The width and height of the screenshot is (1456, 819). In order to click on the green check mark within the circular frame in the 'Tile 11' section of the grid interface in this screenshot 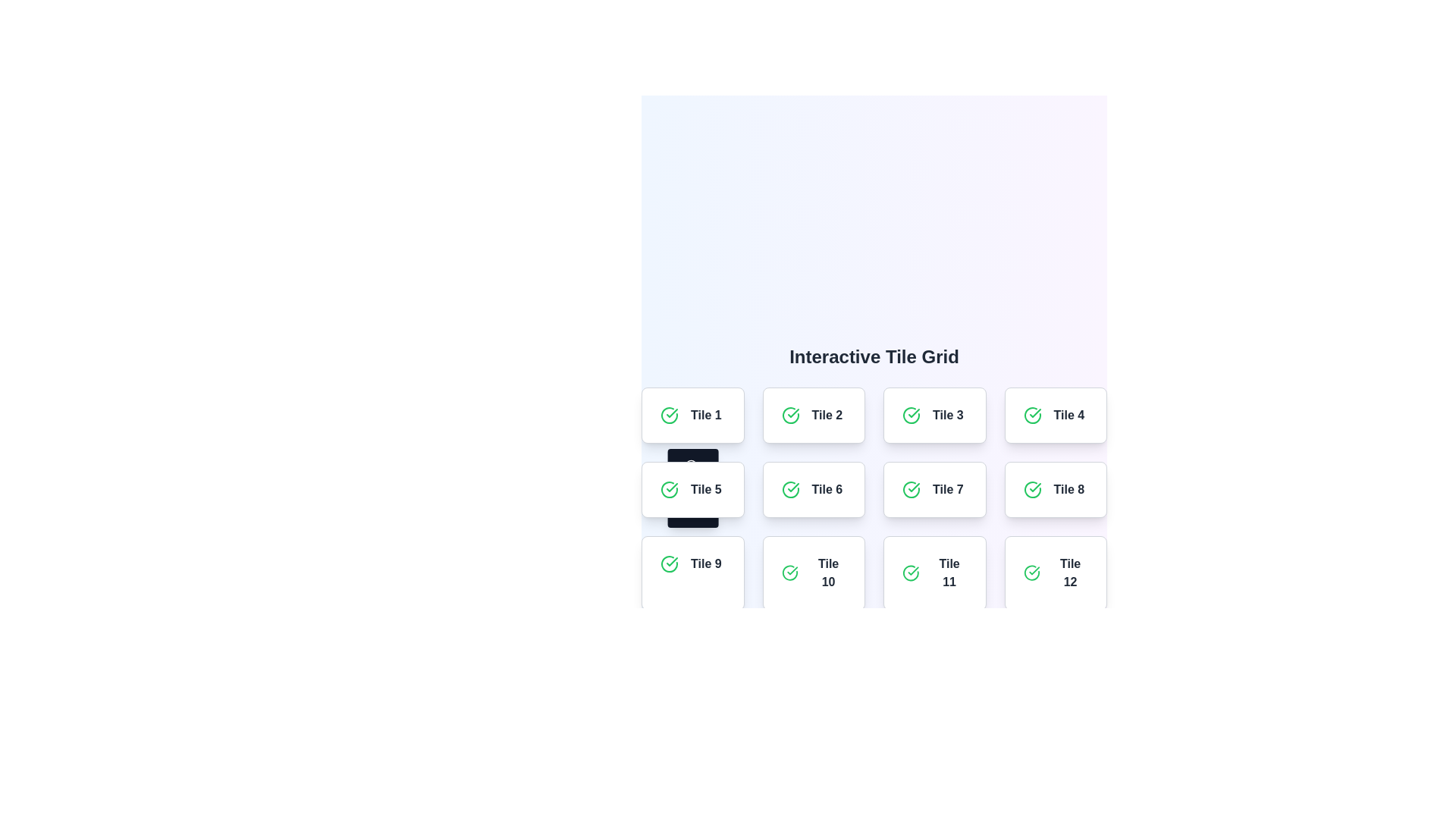, I will do `click(912, 571)`.